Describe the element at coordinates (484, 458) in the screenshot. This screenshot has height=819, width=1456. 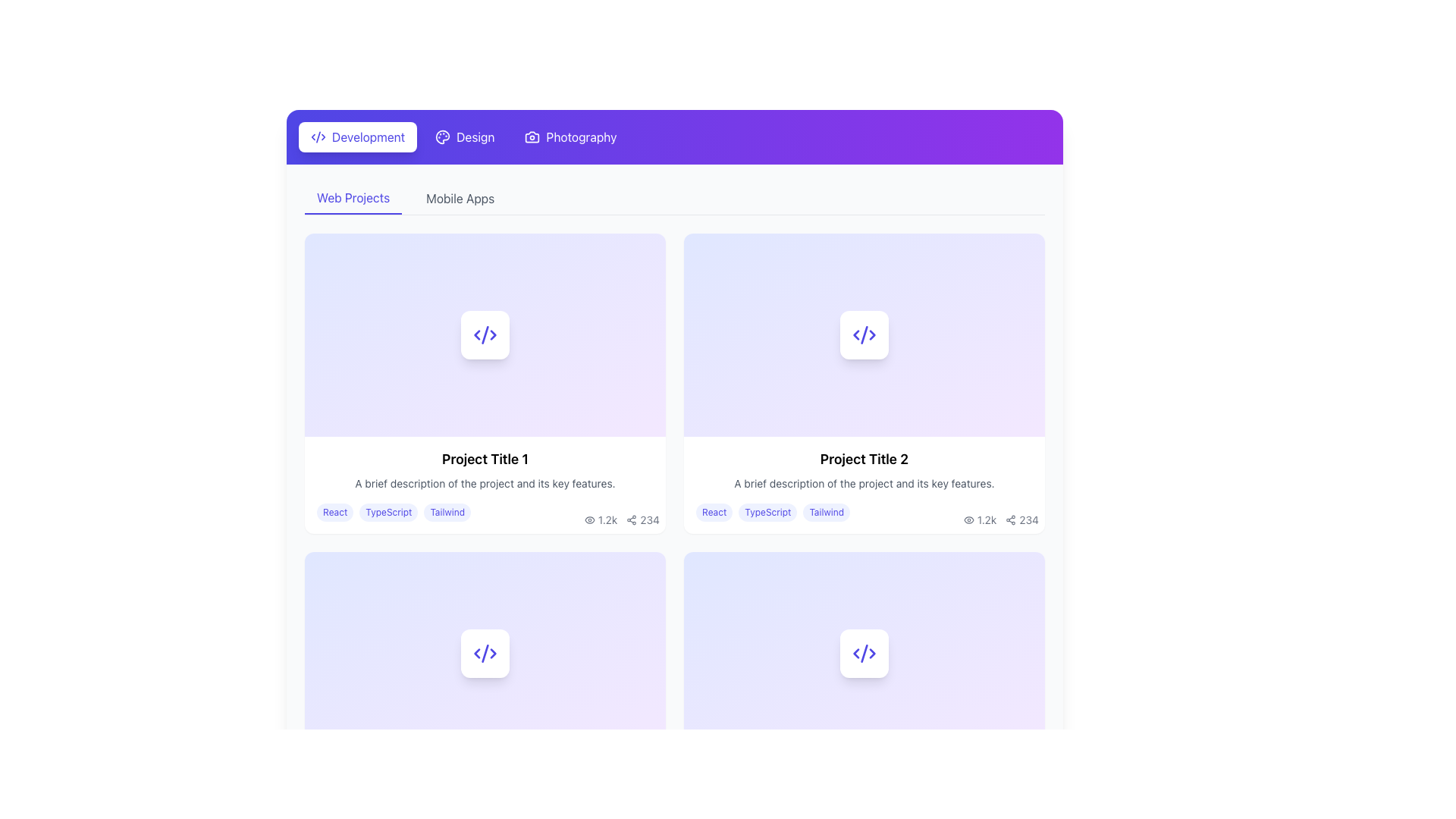
I see `the title Text label of the first project card in the grid layout, which provides a quick identifier for the project` at that location.